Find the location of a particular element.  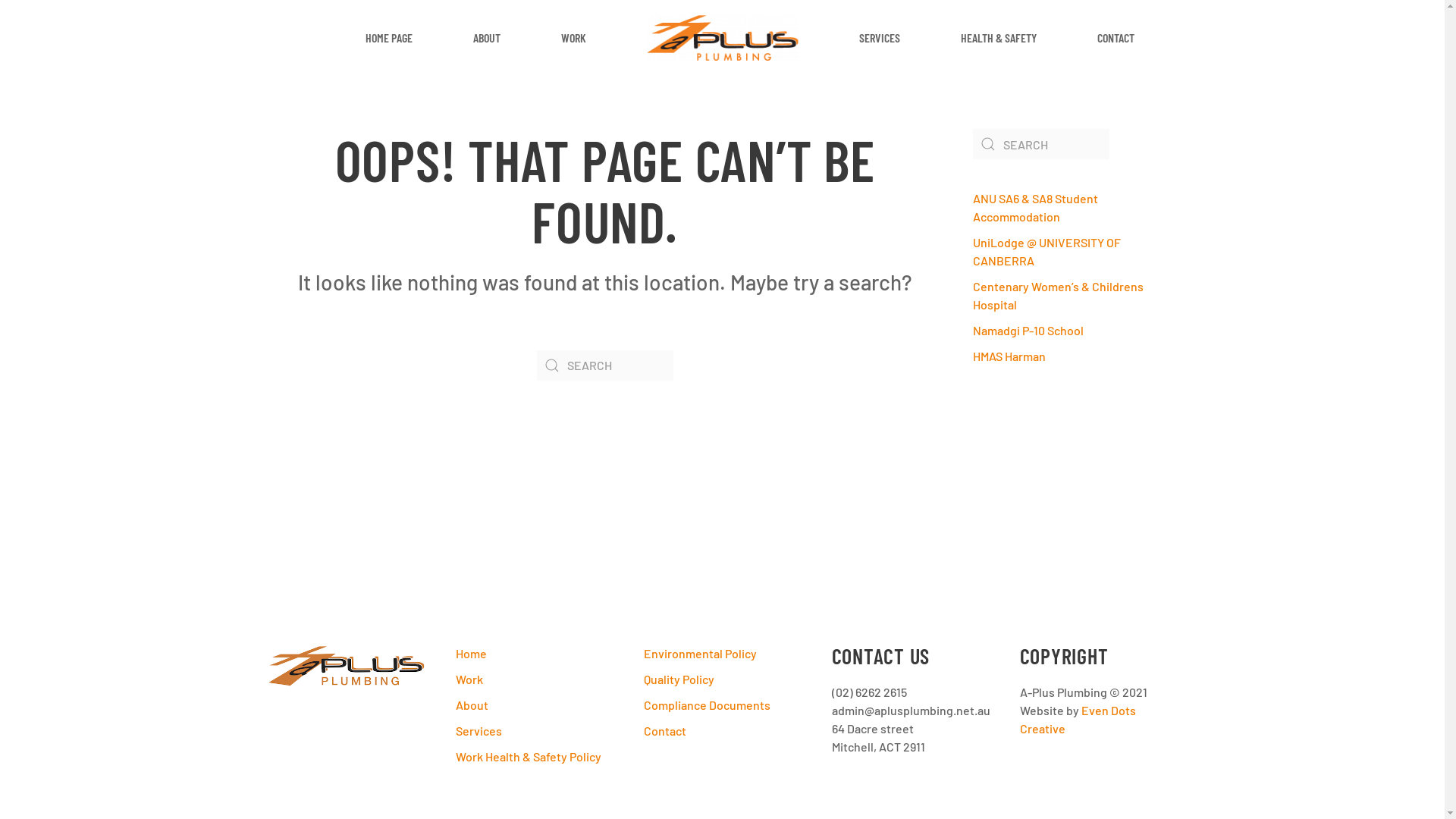

'Namadgi P-10 School' is located at coordinates (1027, 329).